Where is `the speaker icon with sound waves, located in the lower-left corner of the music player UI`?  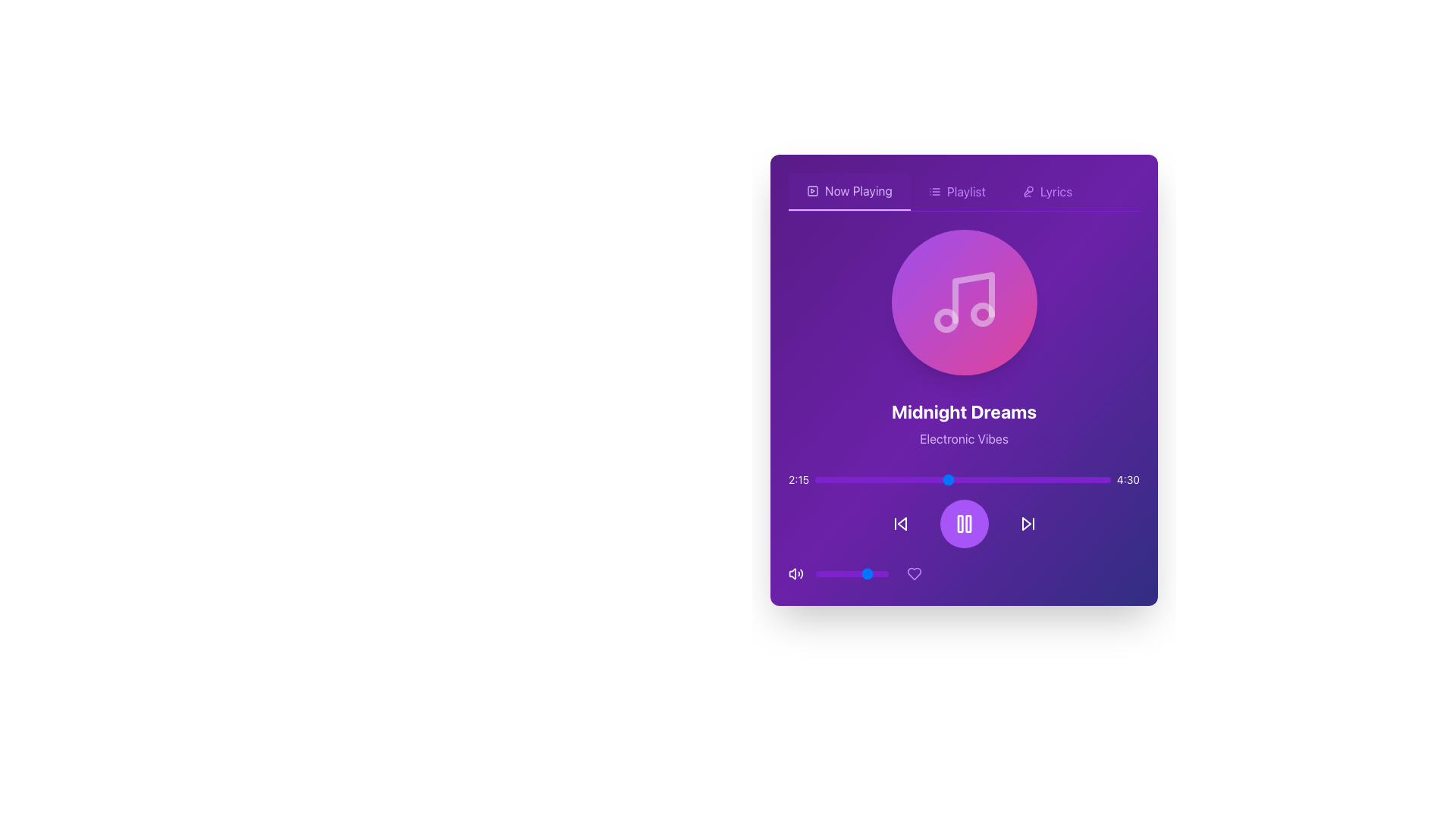
the speaker icon with sound waves, located in the lower-left corner of the music player UI is located at coordinates (795, 573).